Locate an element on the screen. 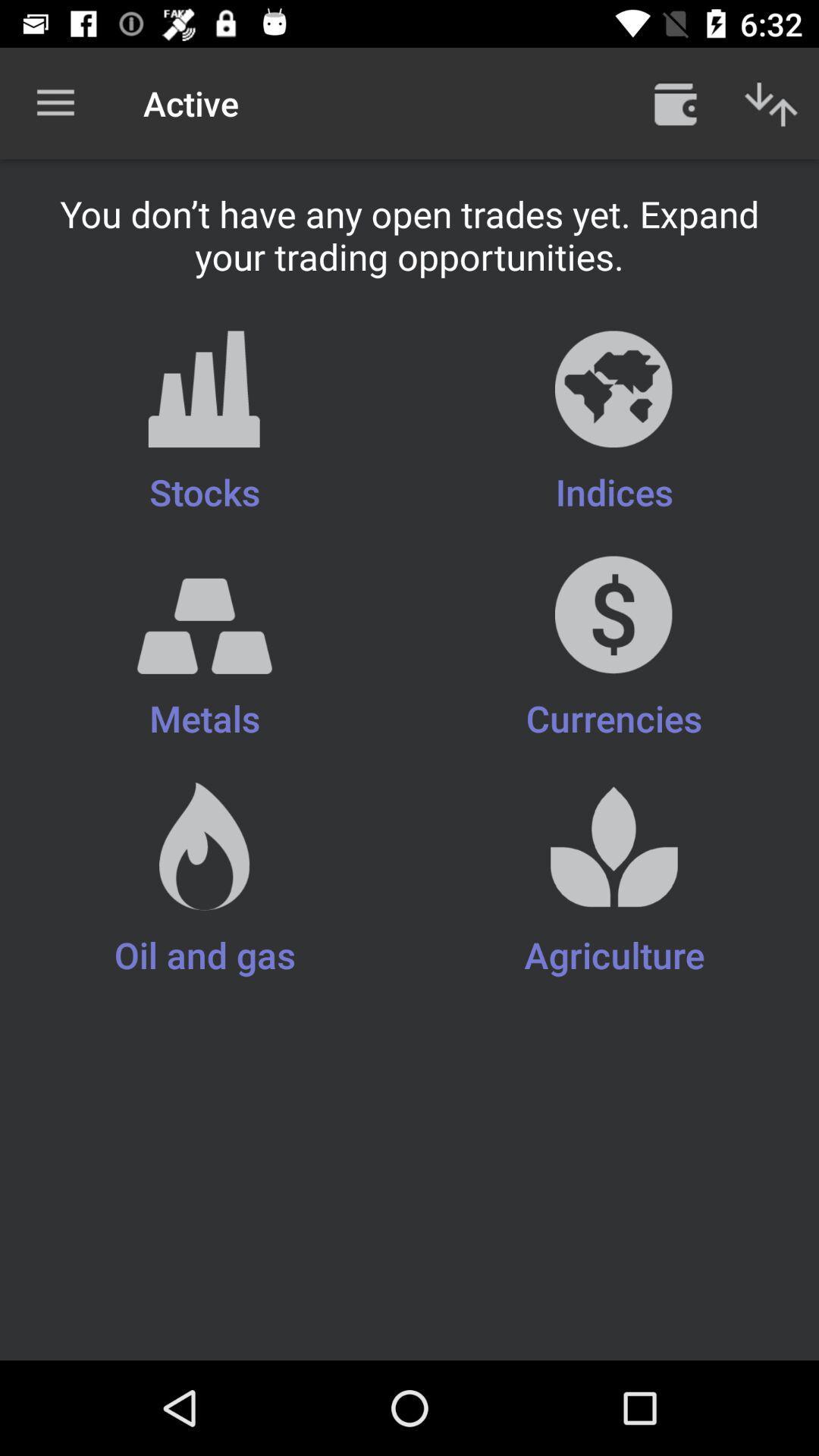 This screenshot has width=819, height=1456. icon below the metals is located at coordinates (614, 881).